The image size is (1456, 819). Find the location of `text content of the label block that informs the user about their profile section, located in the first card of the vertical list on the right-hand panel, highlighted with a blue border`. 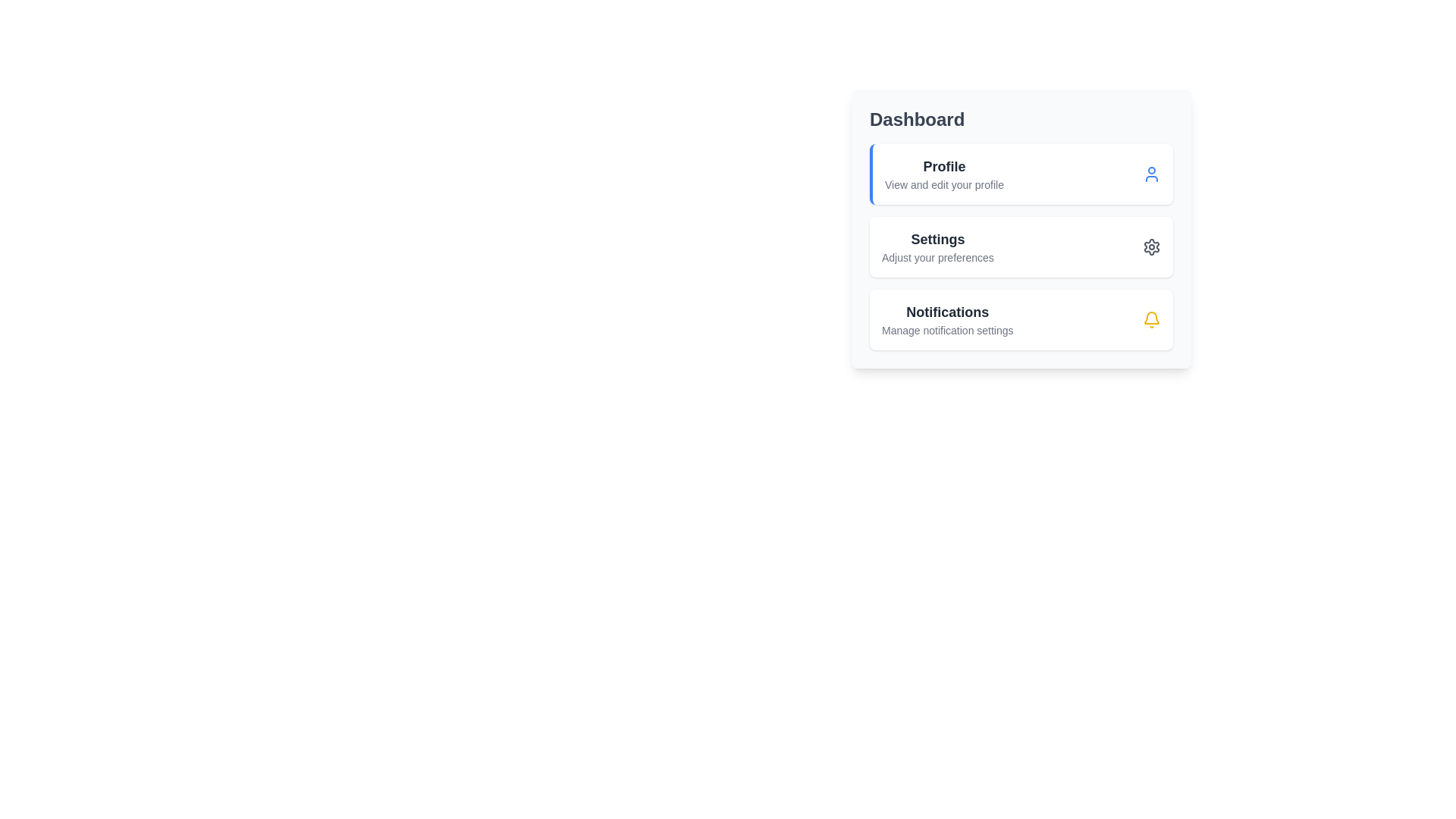

text content of the label block that informs the user about their profile section, located in the first card of the vertical list on the right-hand panel, highlighted with a blue border is located at coordinates (943, 174).